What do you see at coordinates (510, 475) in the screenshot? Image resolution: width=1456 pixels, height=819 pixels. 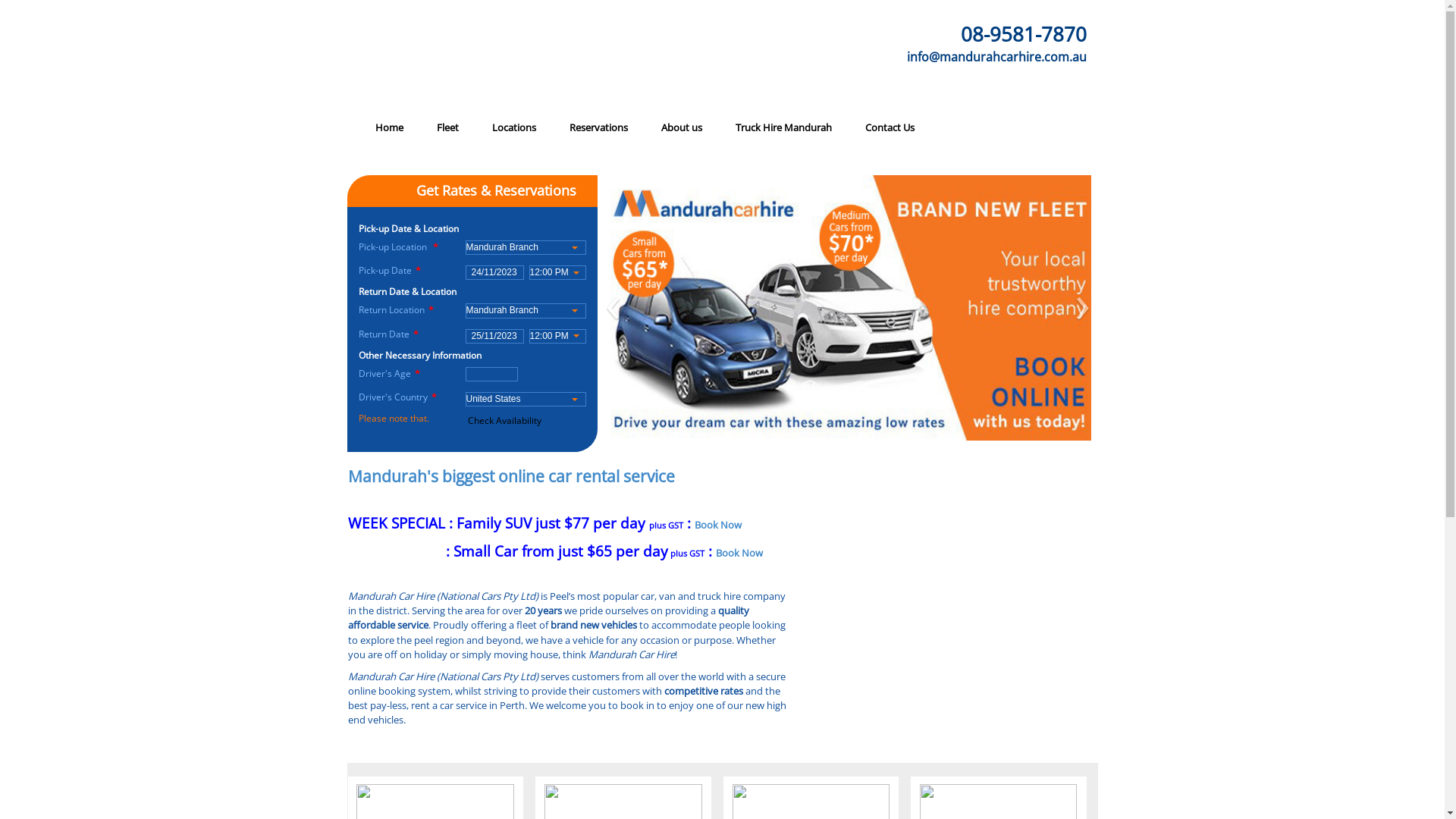 I see `'Mandurah's biggest online car rental service'` at bounding box center [510, 475].